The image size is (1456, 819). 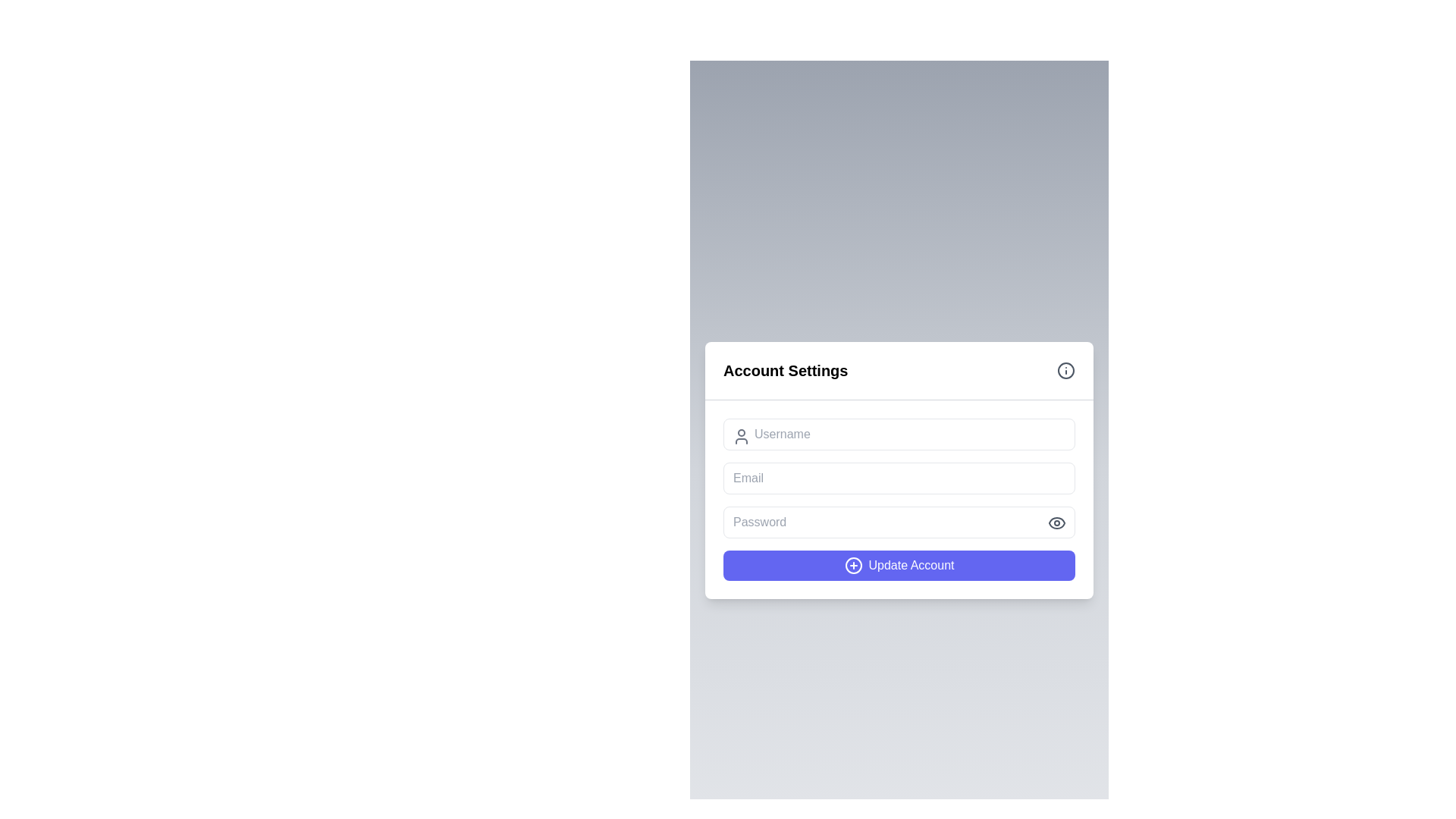 What do you see at coordinates (1056, 522) in the screenshot?
I see `the small gray eye icon button located on the right-hand side of the password input field` at bounding box center [1056, 522].